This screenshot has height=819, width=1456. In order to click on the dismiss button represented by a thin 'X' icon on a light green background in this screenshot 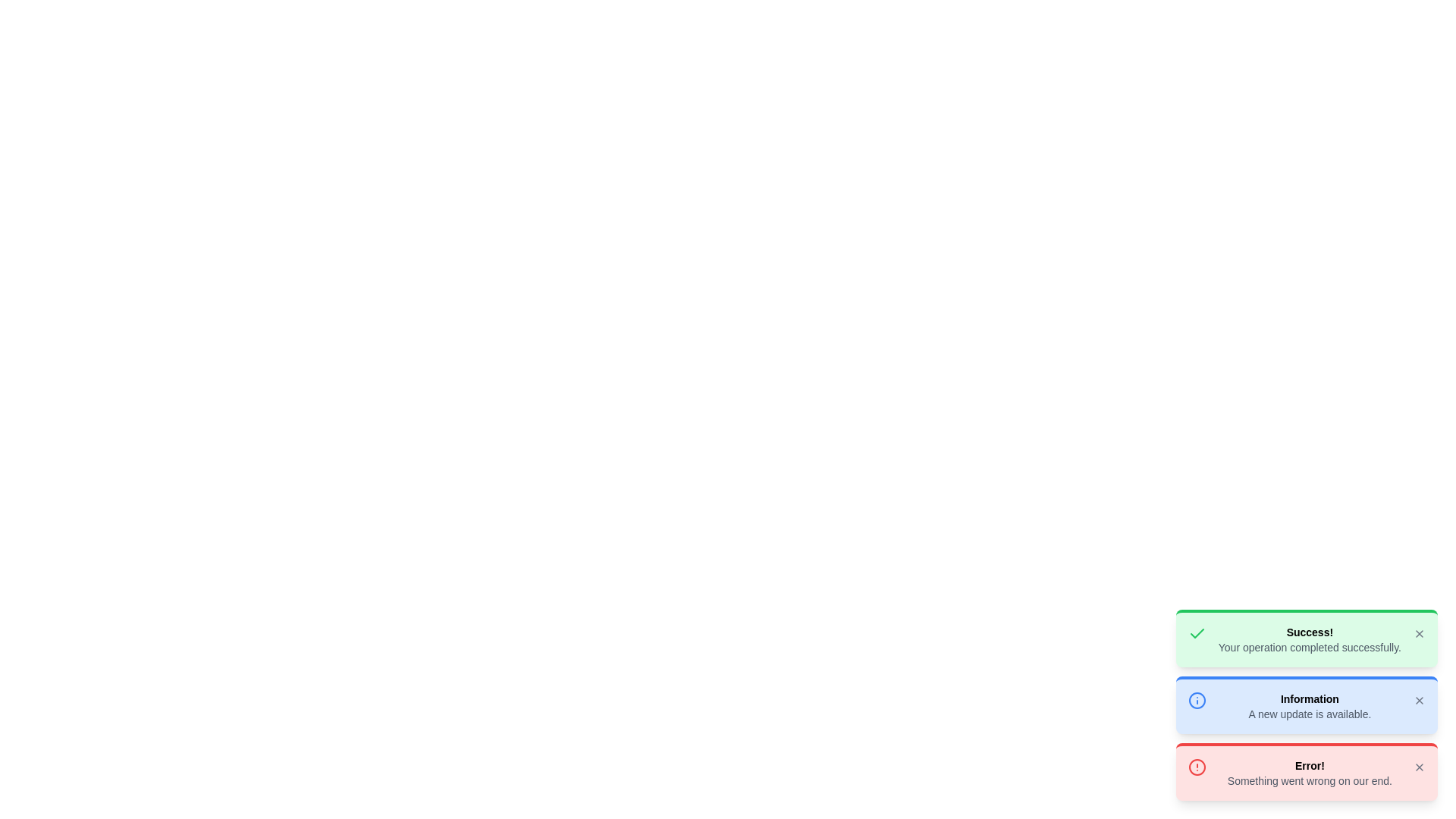, I will do `click(1419, 634)`.